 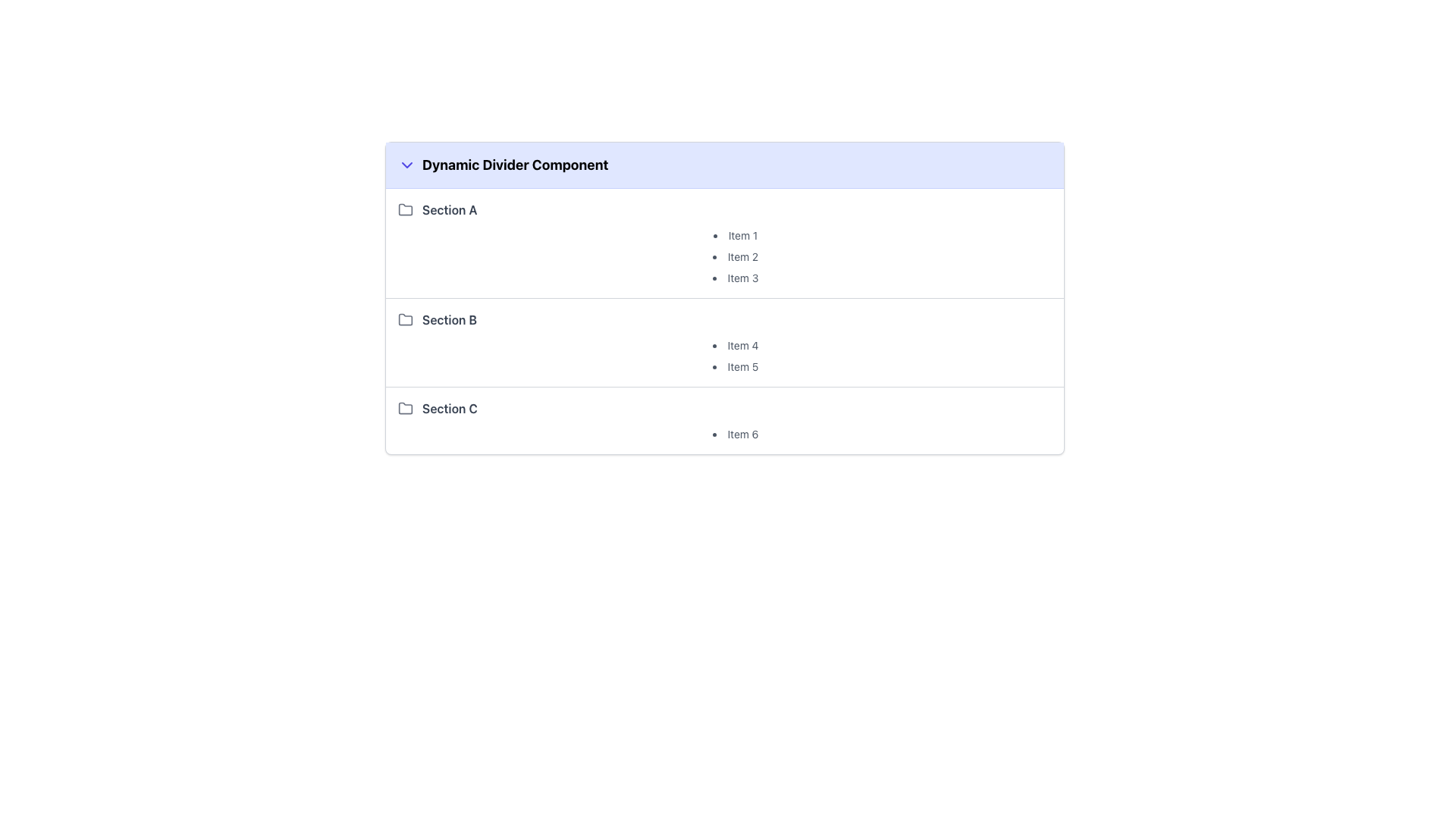 What do you see at coordinates (735, 256) in the screenshot?
I see `text element labeled 'Item 2' which is styled with a smaller font and gray color, located in the ordered list of 'Section A'` at bounding box center [735, 256].